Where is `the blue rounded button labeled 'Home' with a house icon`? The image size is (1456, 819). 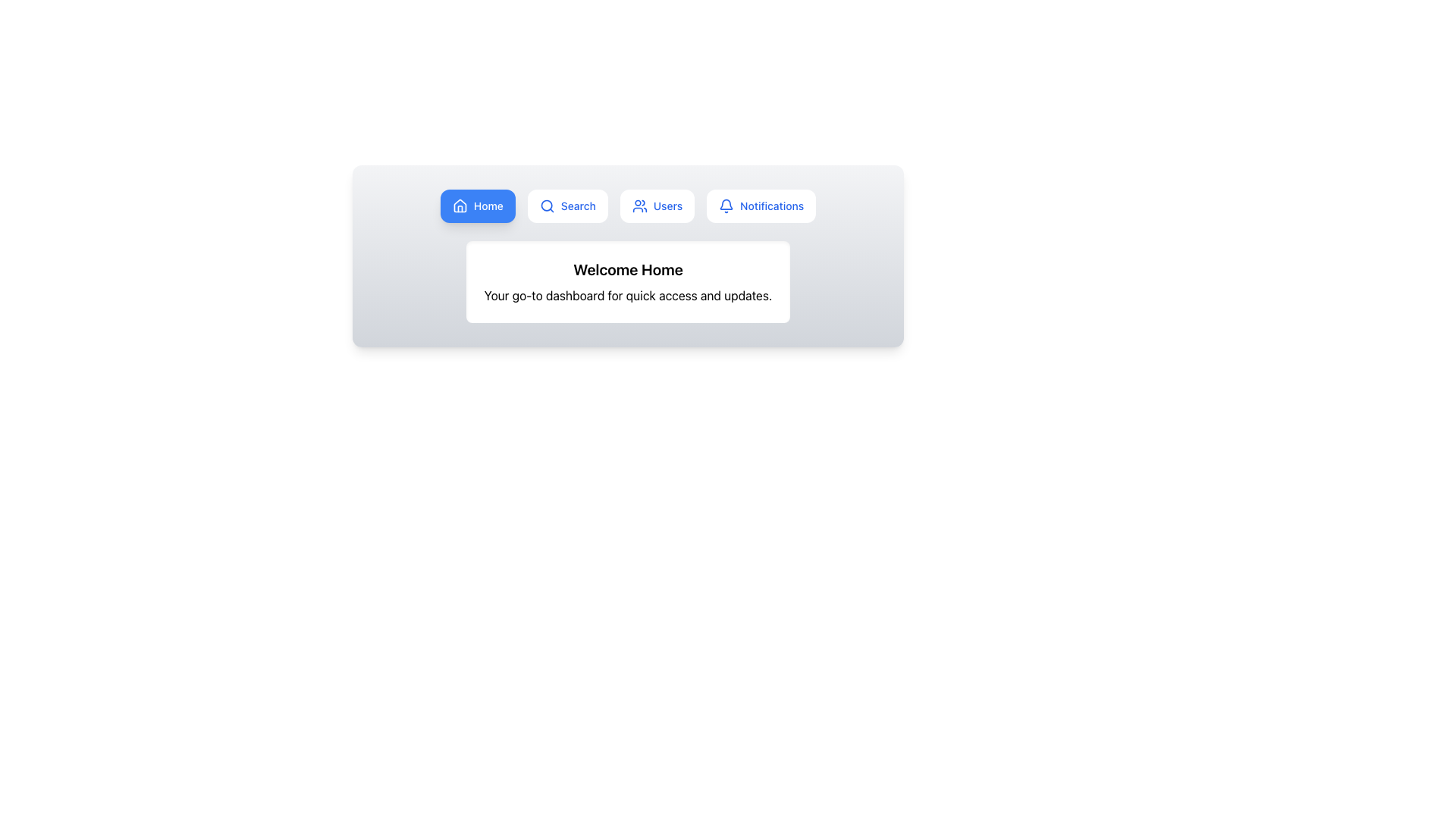 the blue rounded button labeled 'Home' with a house icon is located at coordinates (477, 206).